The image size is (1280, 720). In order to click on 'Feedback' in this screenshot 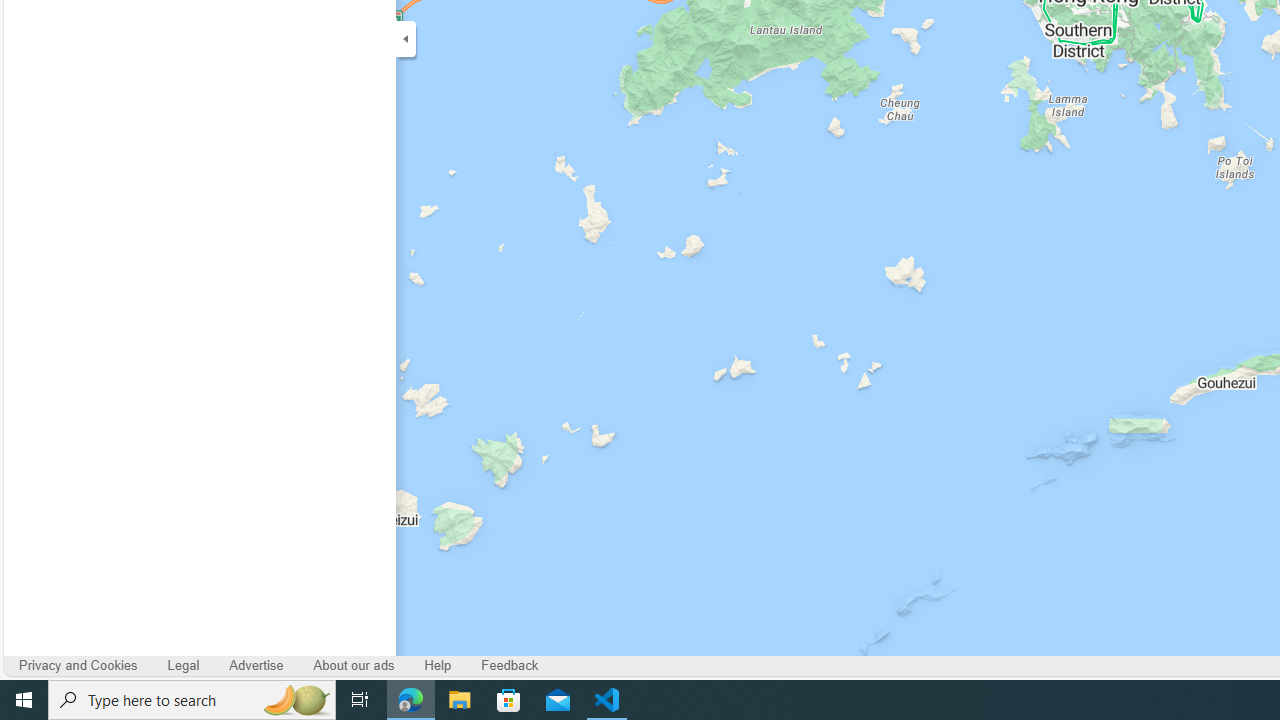, I will do `click(510, 666)`.